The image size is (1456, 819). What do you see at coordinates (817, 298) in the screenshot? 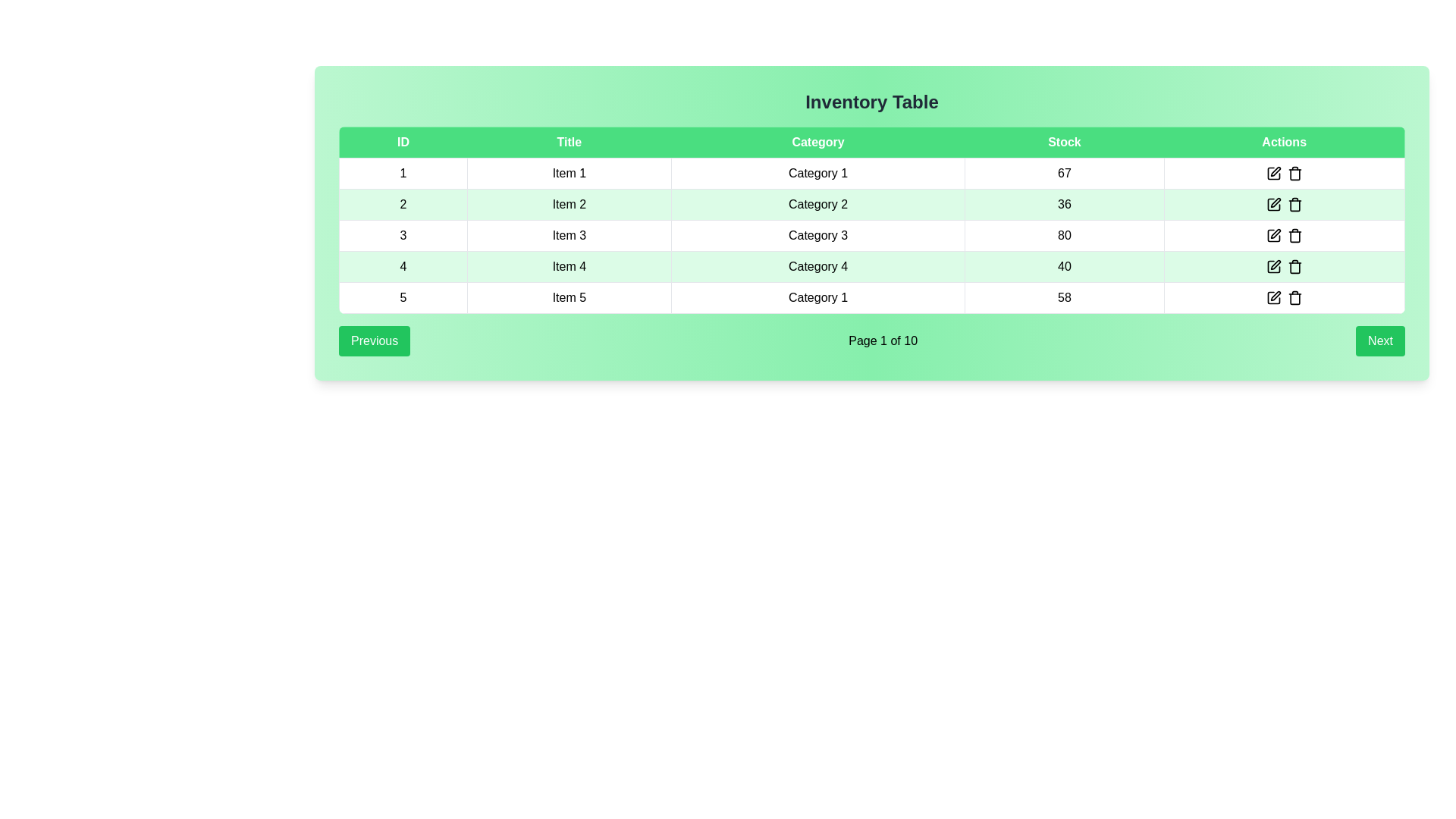
I see `the text label displaying 'Category 1' located in the table row for 'Item 5', which is the third cell in its row` at bounding box center [817, 298].